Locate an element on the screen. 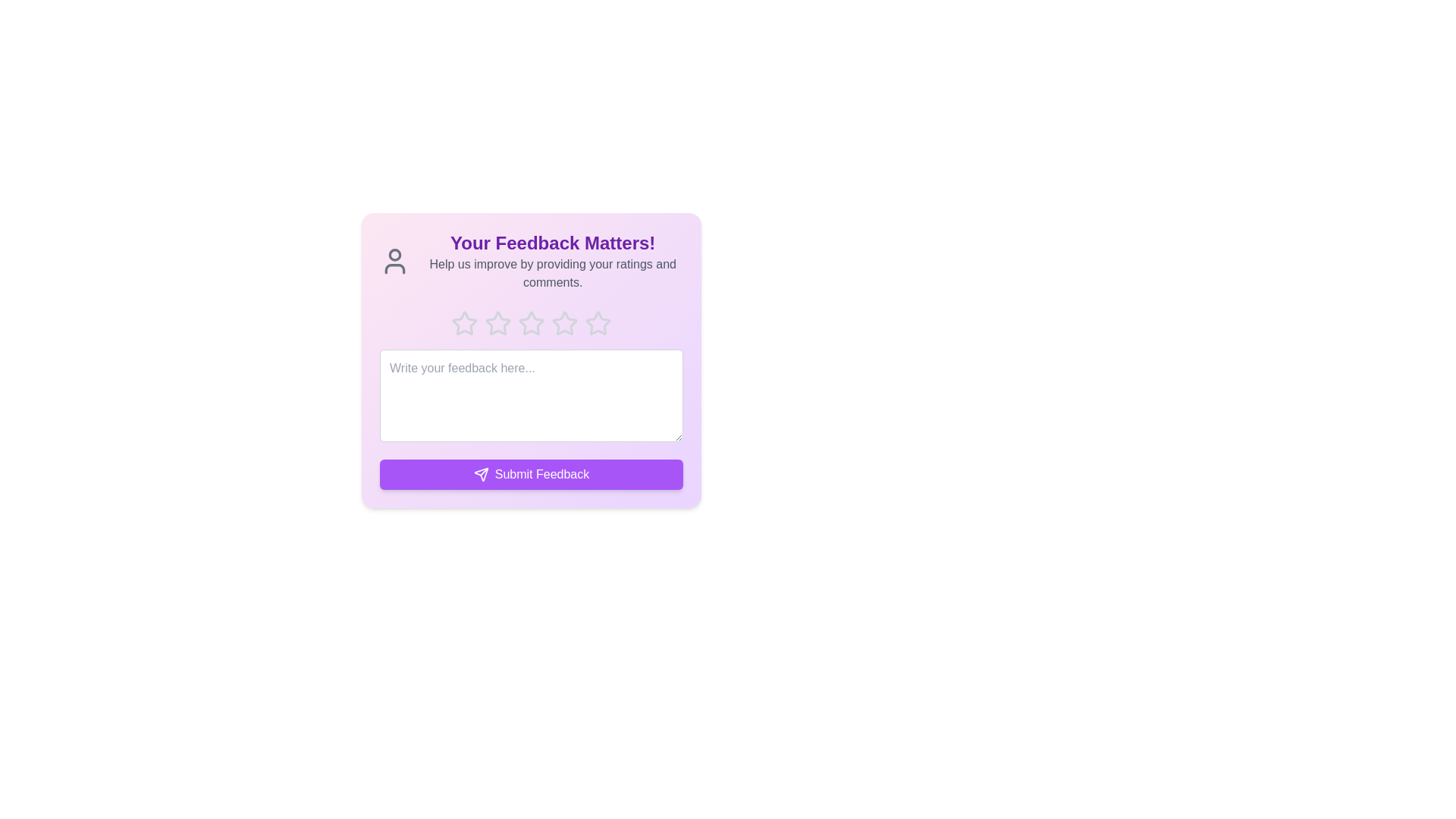 The width and height of the screenshot is (1456, 819). the star corresponding to 4 to preview the rating is located at coordinates (563, 323).